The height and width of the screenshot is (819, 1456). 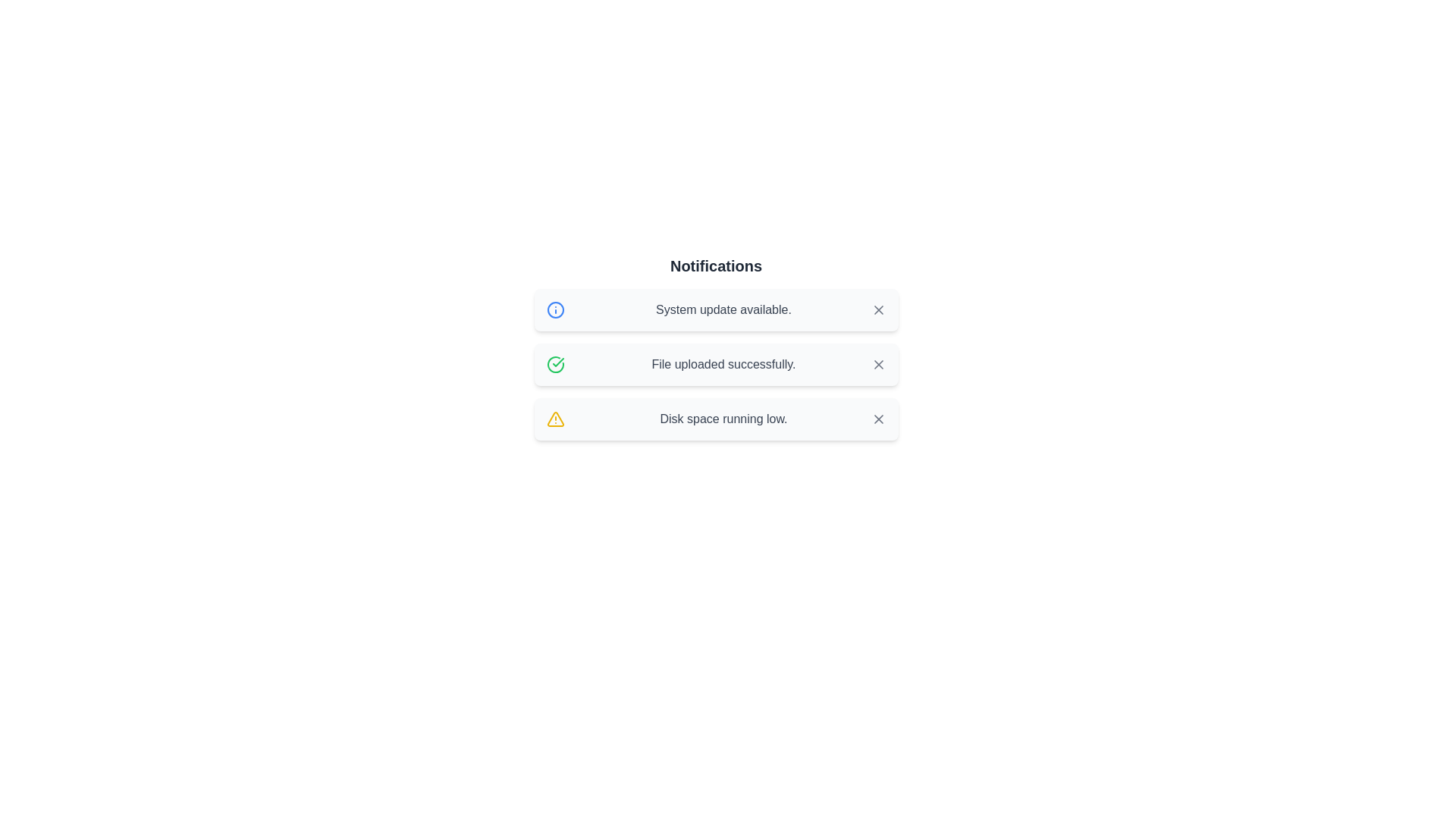 I want to click on the small diagonal cross icon (X) in the third notification item labeled 'Disk space running low', so click(x=878, y=419).